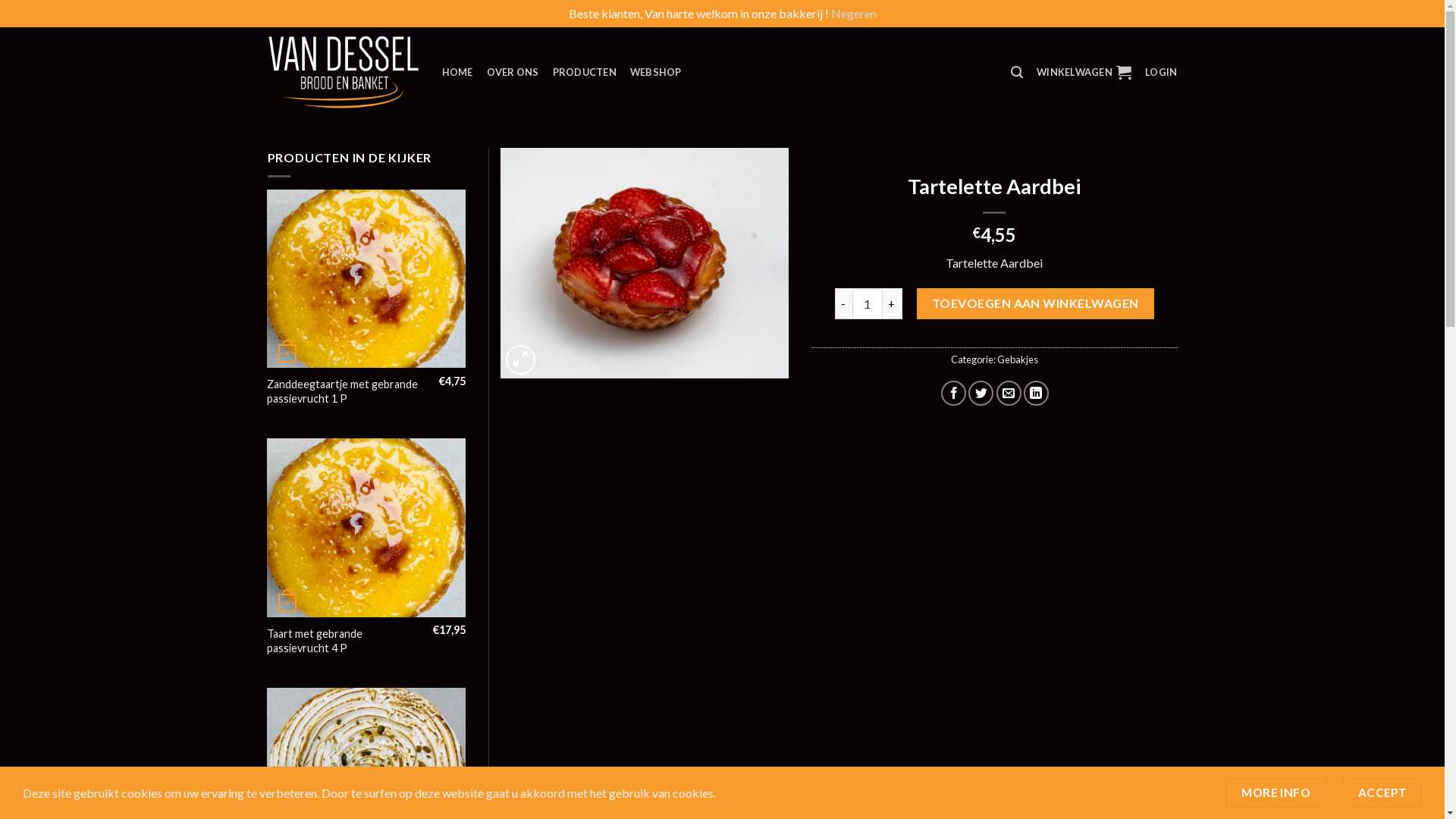 The height and width of the screenshot is (819, 1456). What do you see at coordinates (1276, 792) in the screenshot?
I see `'MORE INFO'` at bounding box center [1276, 792].